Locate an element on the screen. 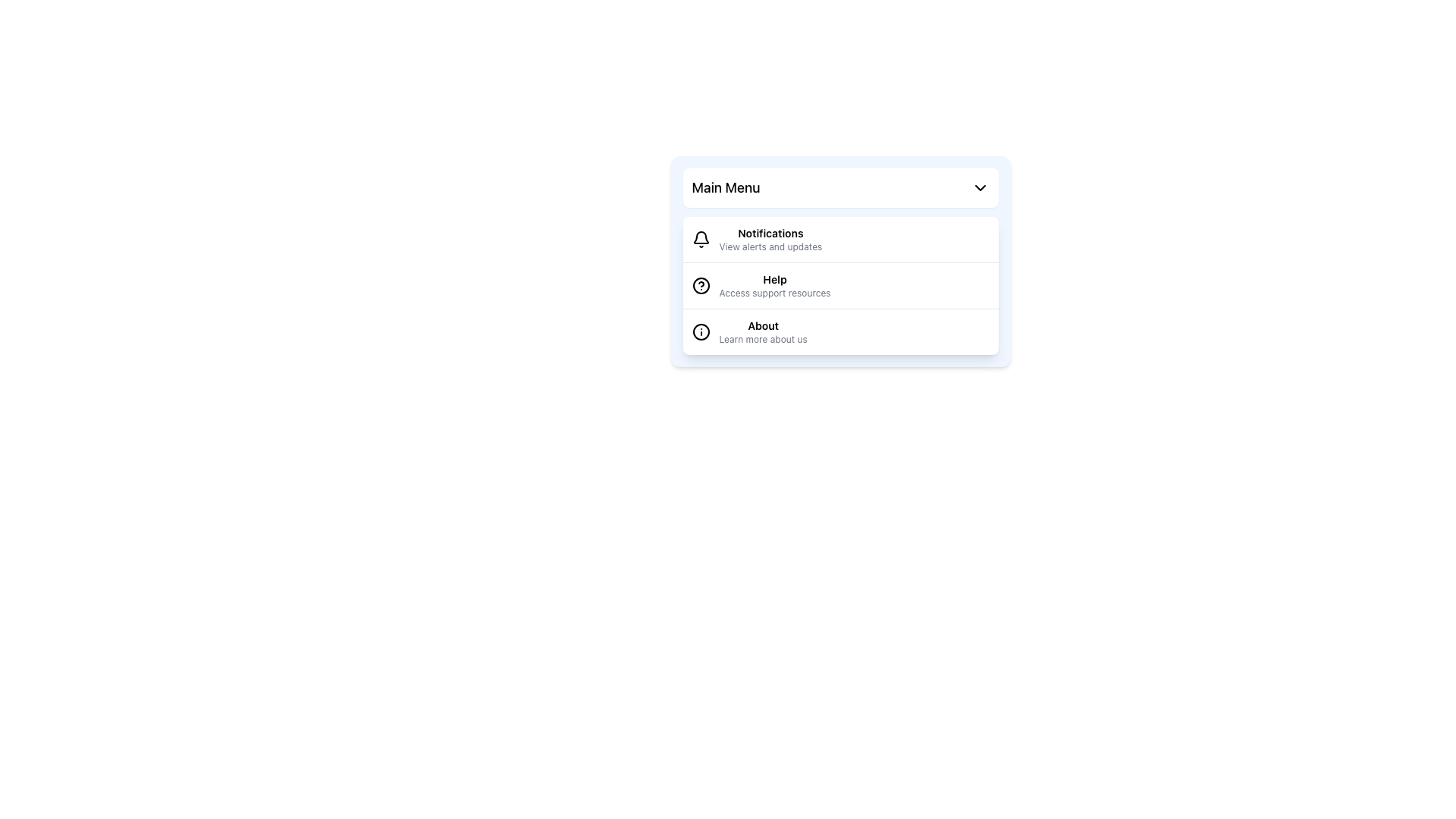  the downward-pointing chevron icon located in the top-right corner of the 'Main Menu' header is located at coordinates (980, 187).